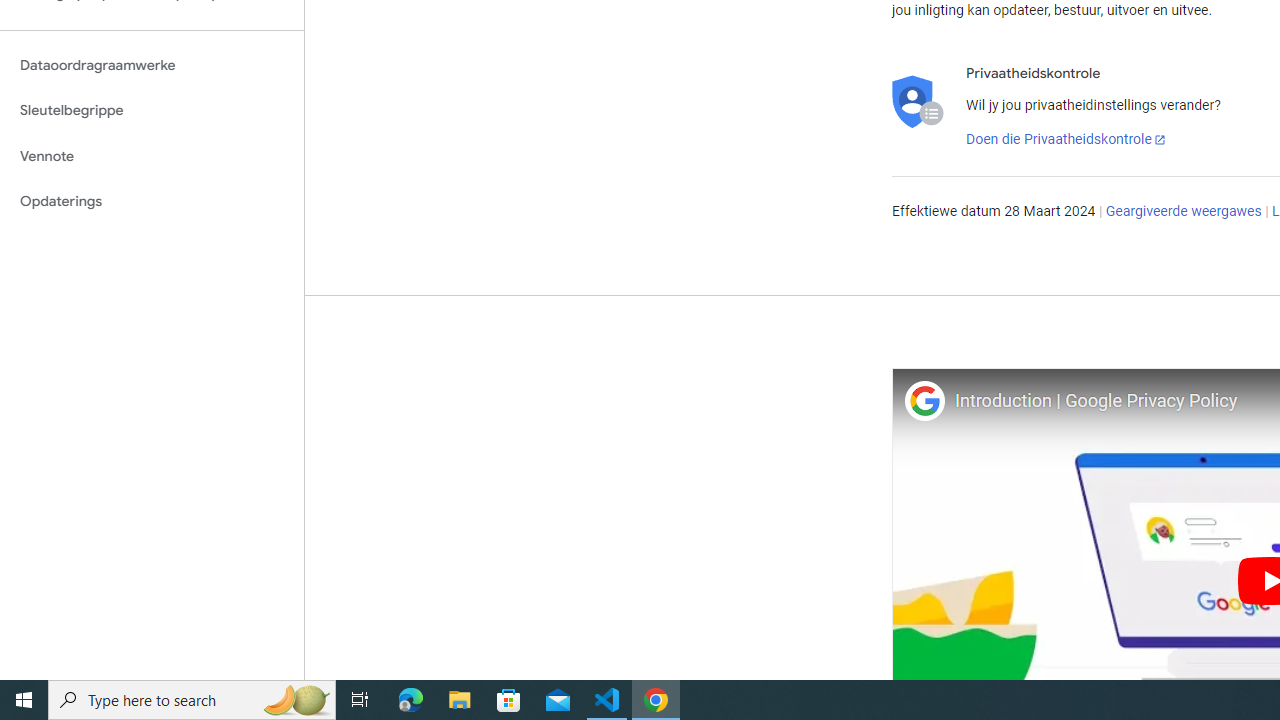 Image resolution: width=1280 pixels, height=720 pixels. What do you see at coordinates (151, 201) in the screenshot?
I see `'Opdaterings'` at bounding box center [151, 201].